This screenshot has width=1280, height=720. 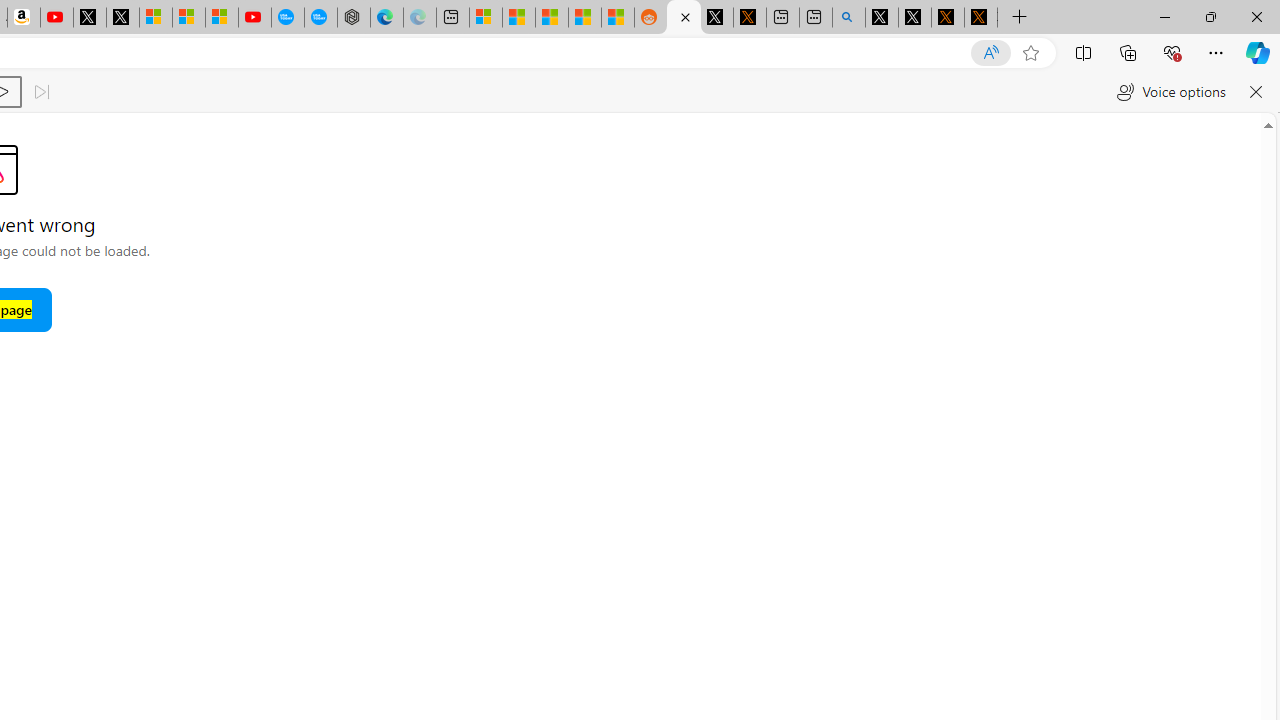 What do you see at coordinates (122, 17) in the screenshot?
I see `'X'` at bounding box center [122, 17].